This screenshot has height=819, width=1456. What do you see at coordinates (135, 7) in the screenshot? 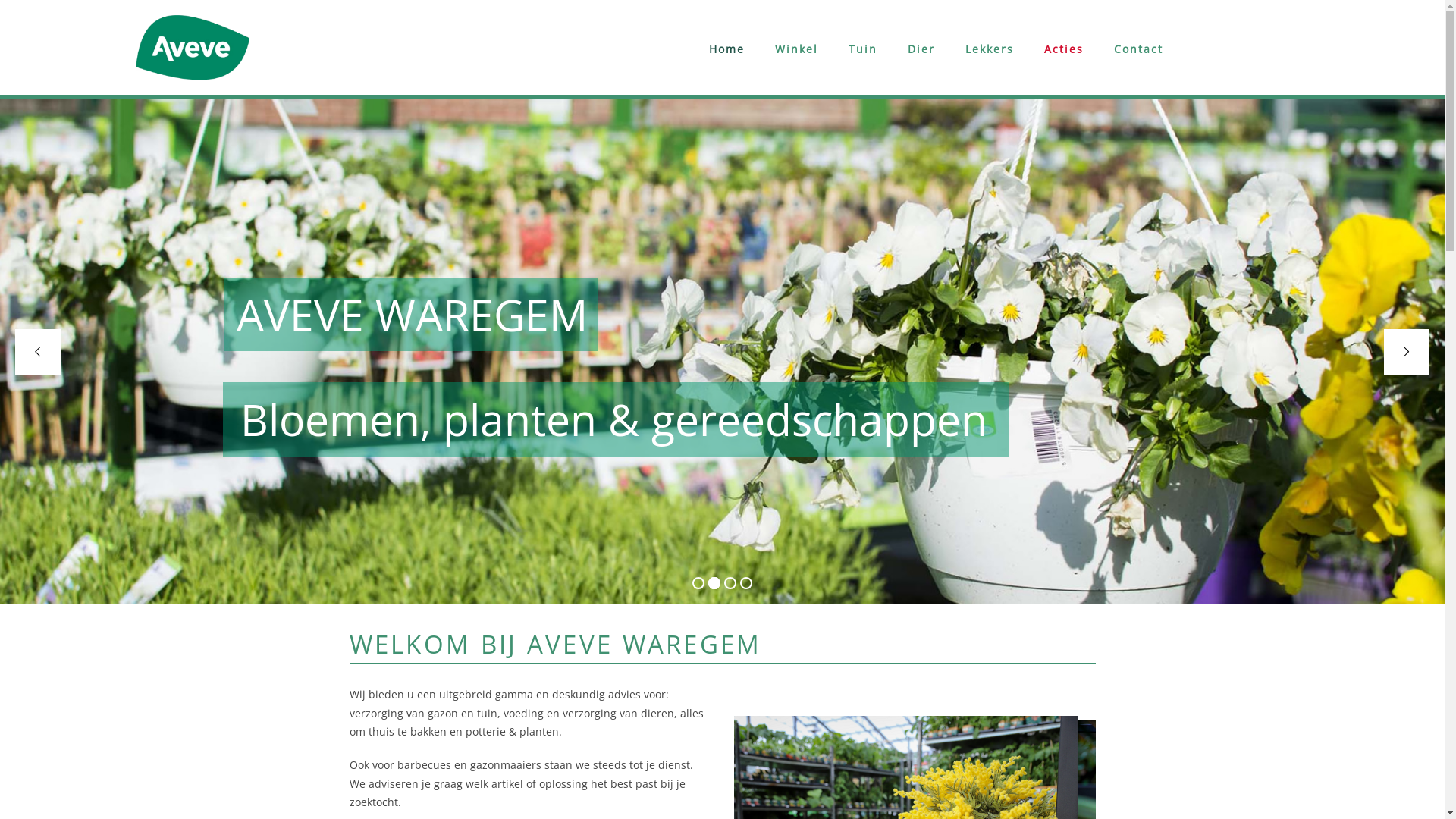
I see `'Ga door naar navigatie'` at bounding box center [135, 7].